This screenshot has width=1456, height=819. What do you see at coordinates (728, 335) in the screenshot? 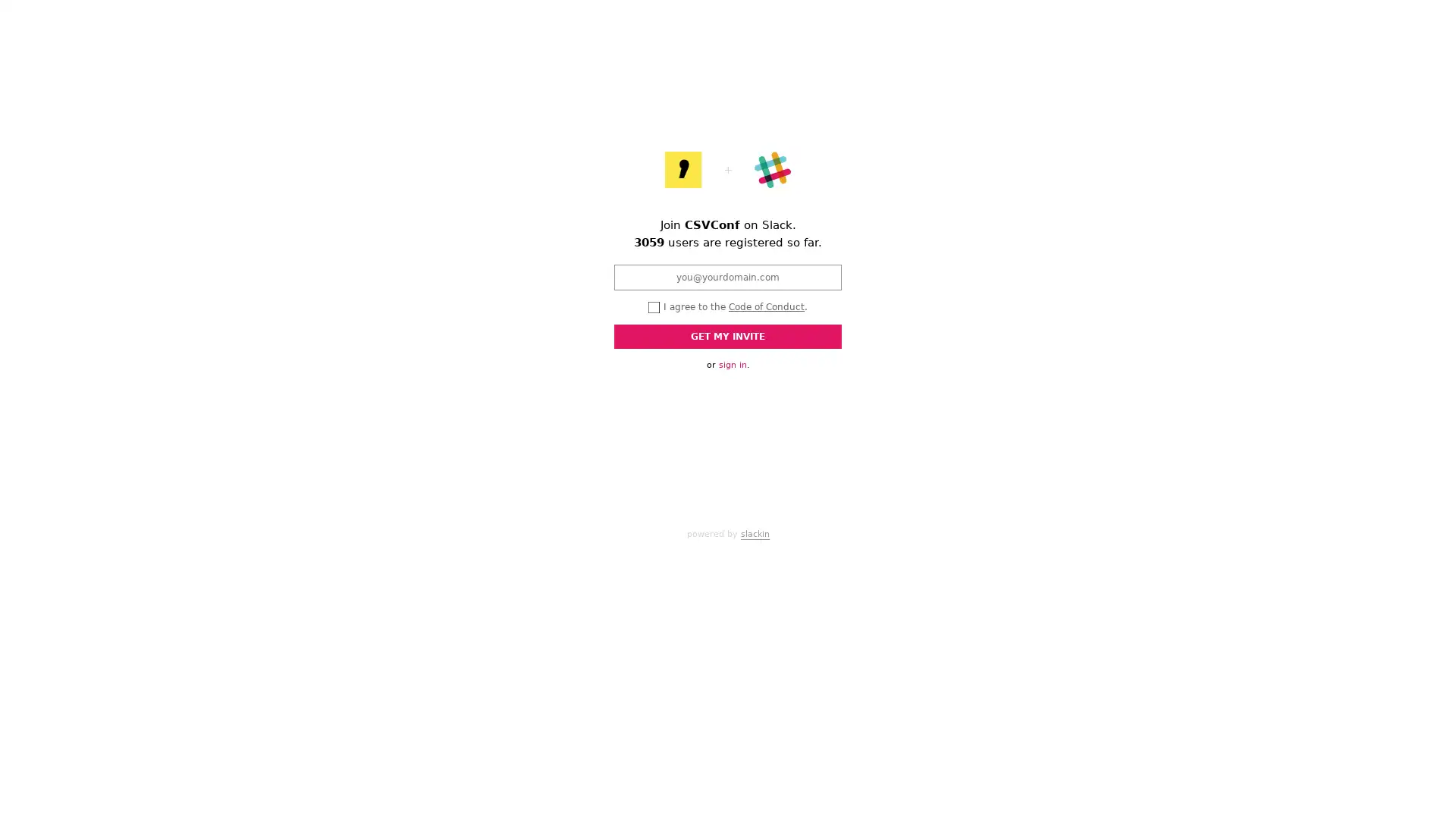
I see `GET MY INVITE` at bounding box center [728, 335].